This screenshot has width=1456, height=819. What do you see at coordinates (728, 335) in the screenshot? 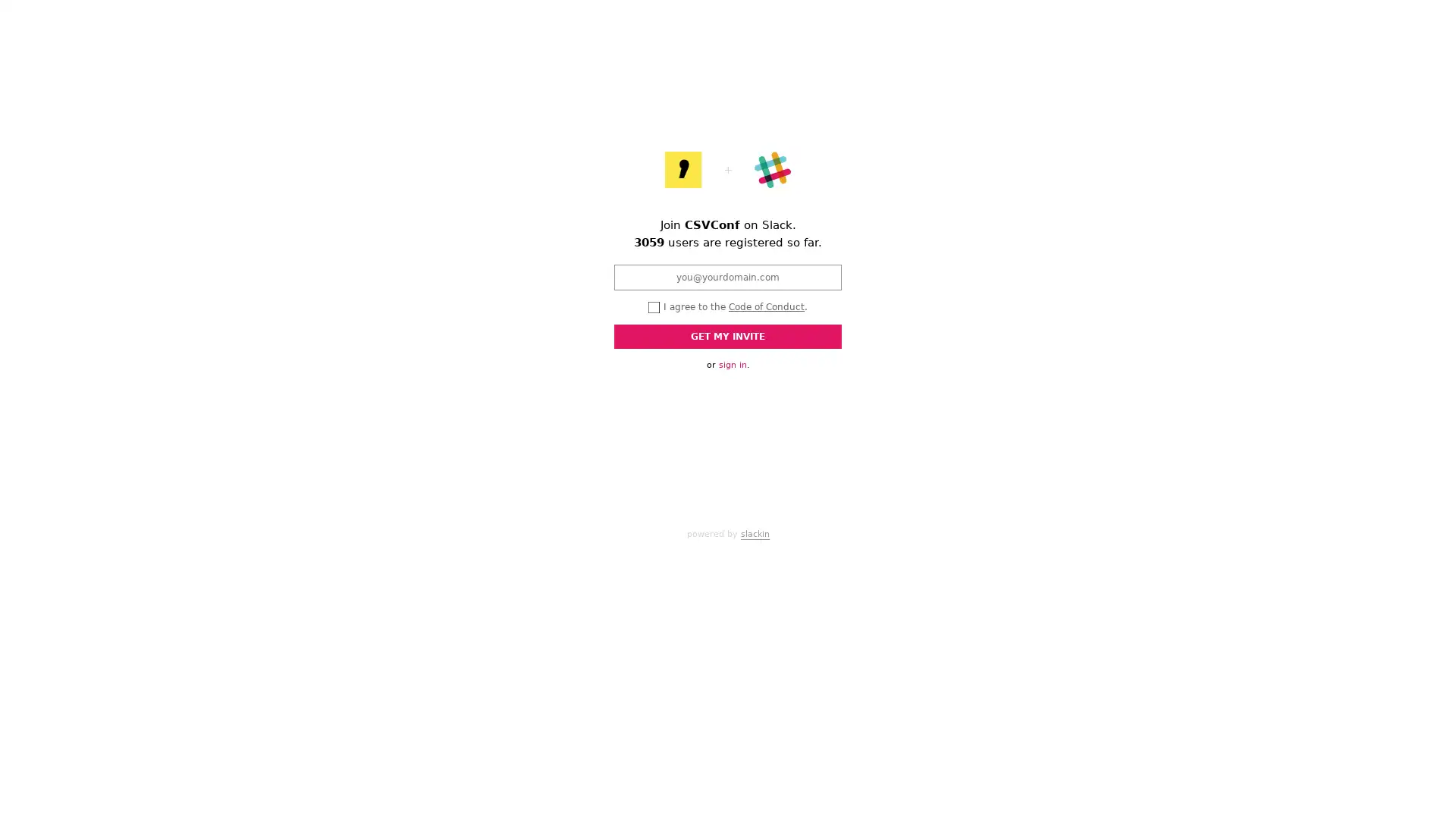
I see `GET MY INVITE` at bounding box center [728, 335].